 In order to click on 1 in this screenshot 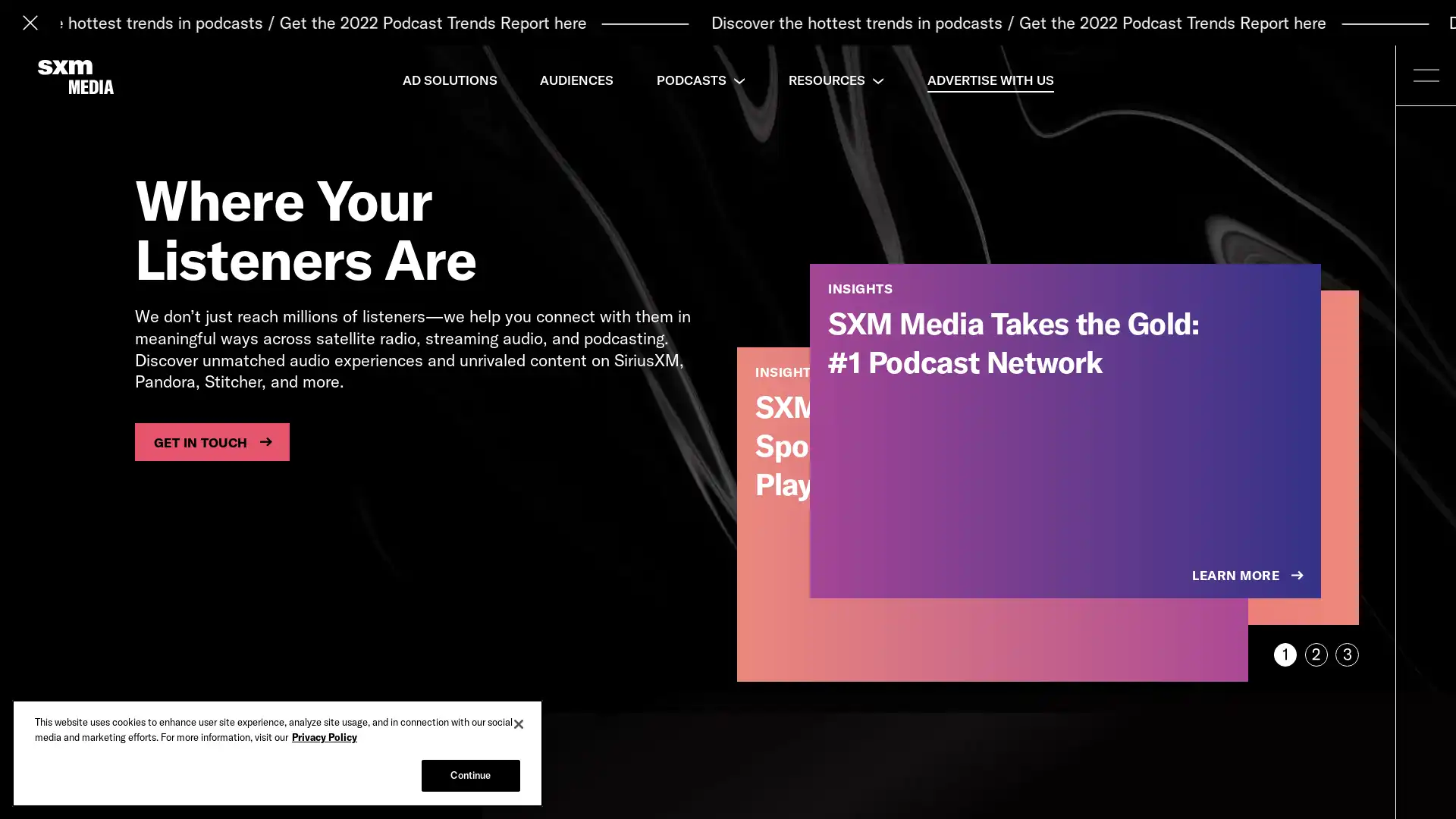, I will do `click(1284, 654)`.